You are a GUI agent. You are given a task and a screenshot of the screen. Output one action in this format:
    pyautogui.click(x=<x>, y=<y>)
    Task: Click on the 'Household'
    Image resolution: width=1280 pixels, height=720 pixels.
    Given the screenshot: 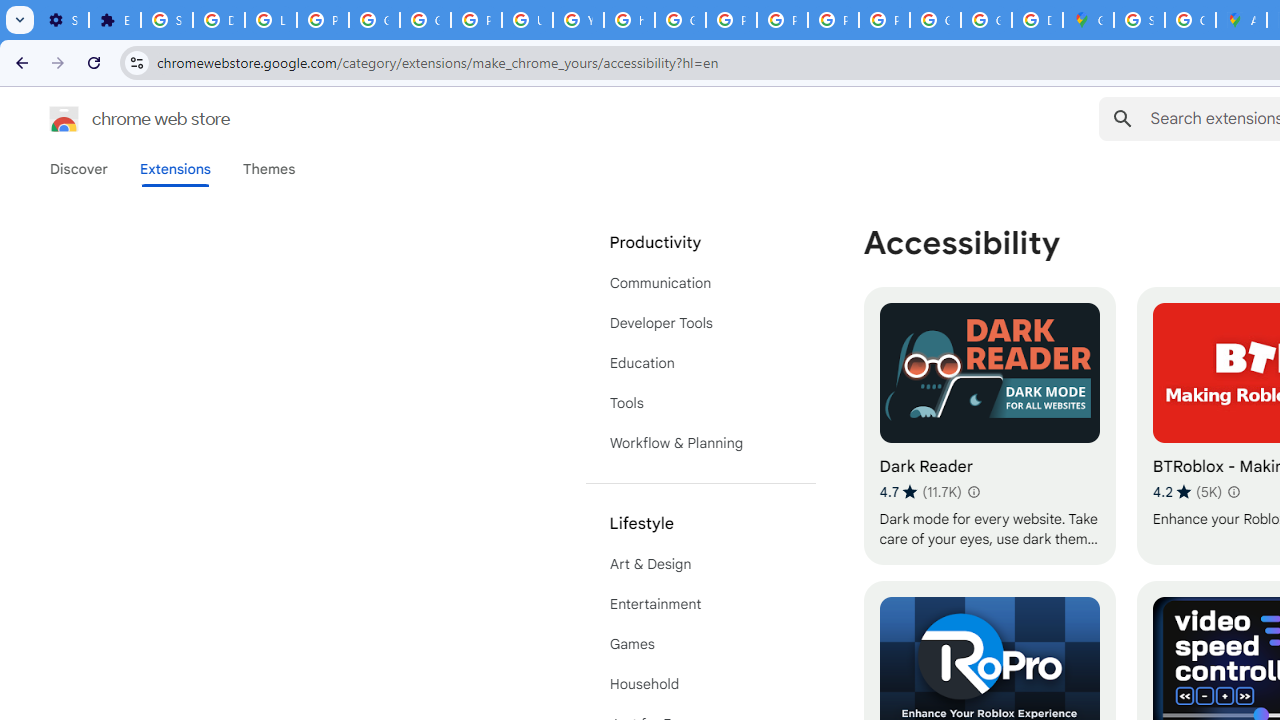 What is the action you would take?
    pyautogui.click(x=700, y=683)
    